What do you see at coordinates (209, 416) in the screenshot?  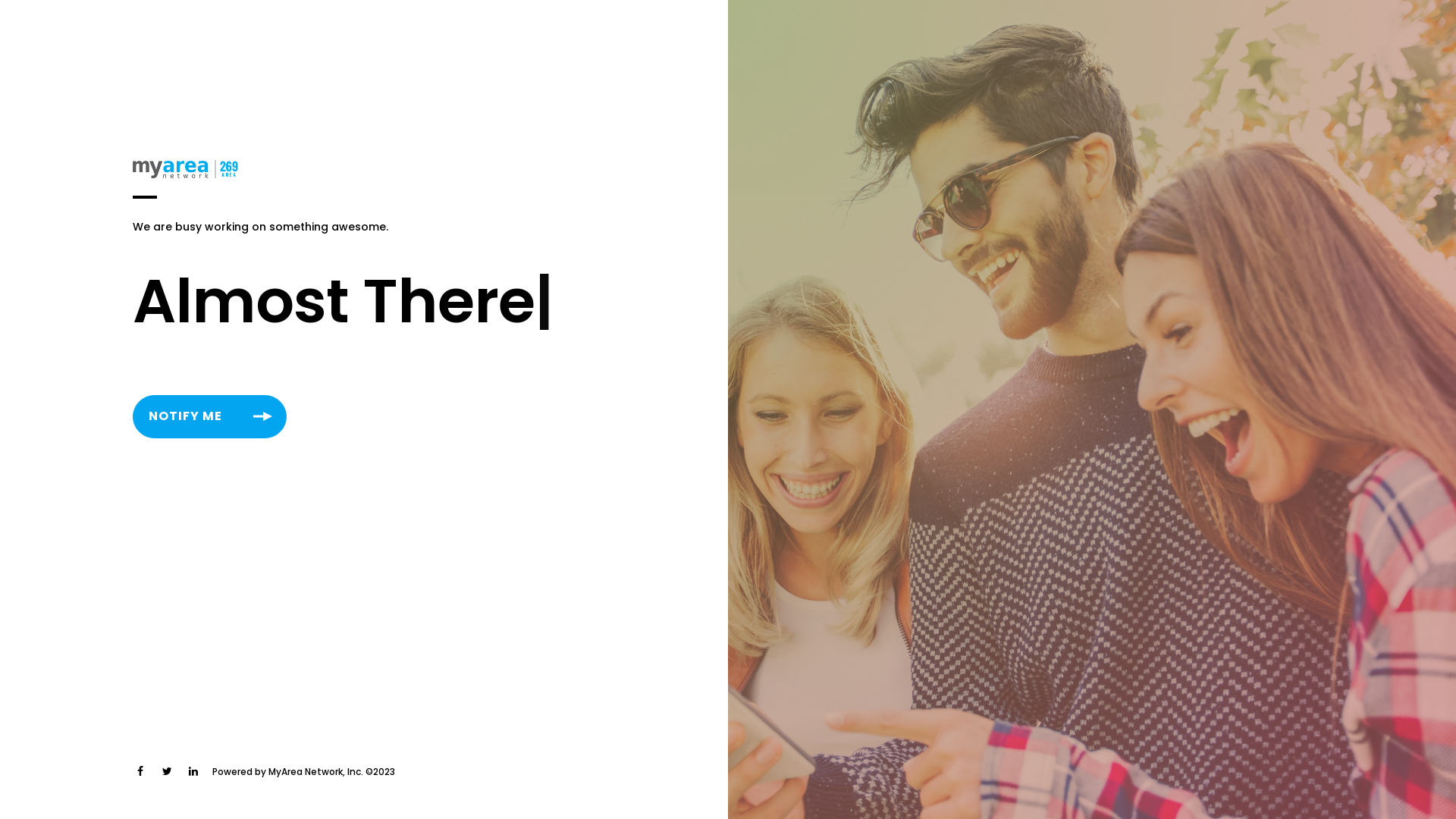 I see `'NOTIFY ME'` at bounding box center [209, 416].